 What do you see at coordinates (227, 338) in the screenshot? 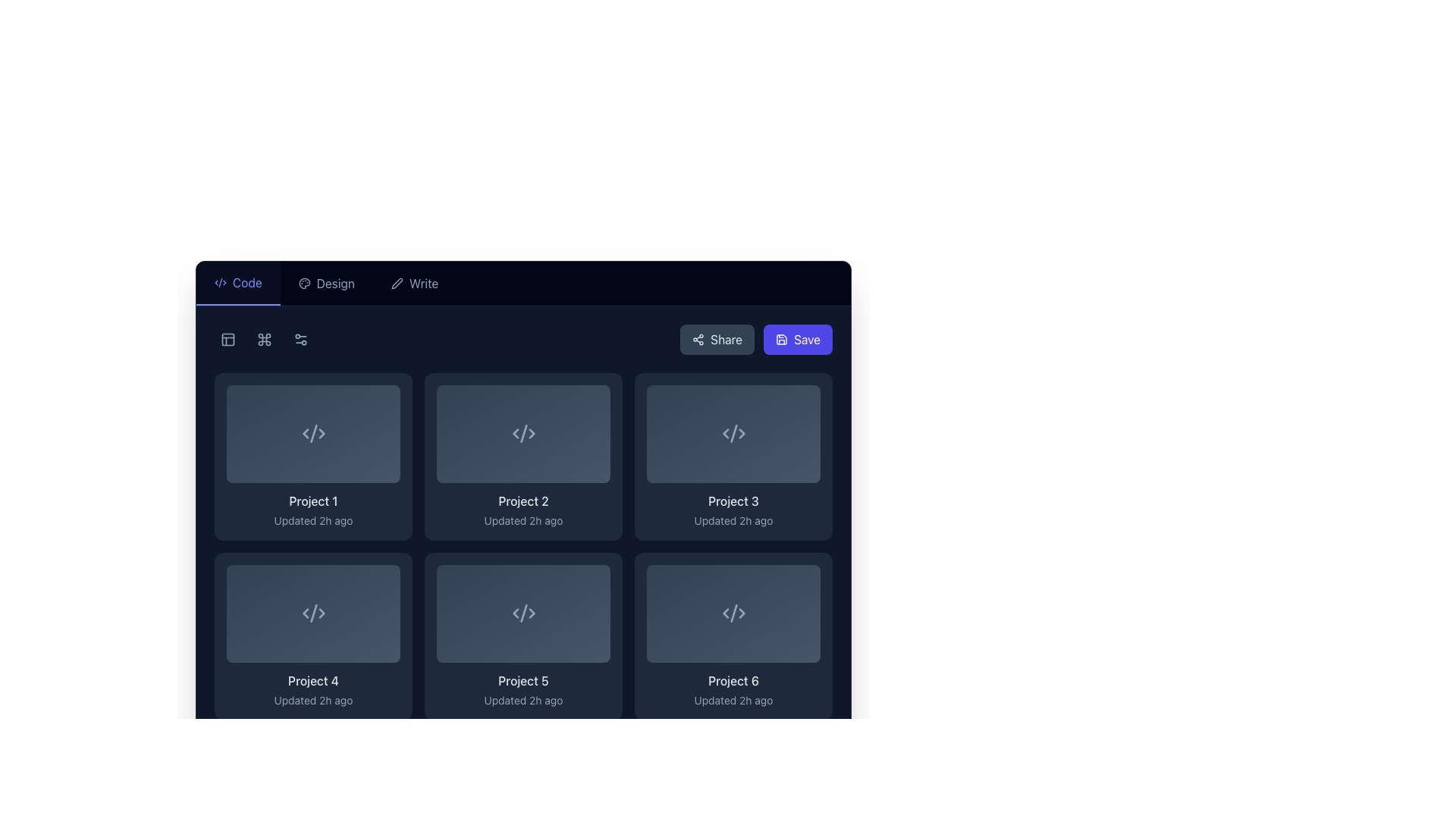
I see `the grid view button located at the top-left corner of the interface` at bounding box center [227, 338].